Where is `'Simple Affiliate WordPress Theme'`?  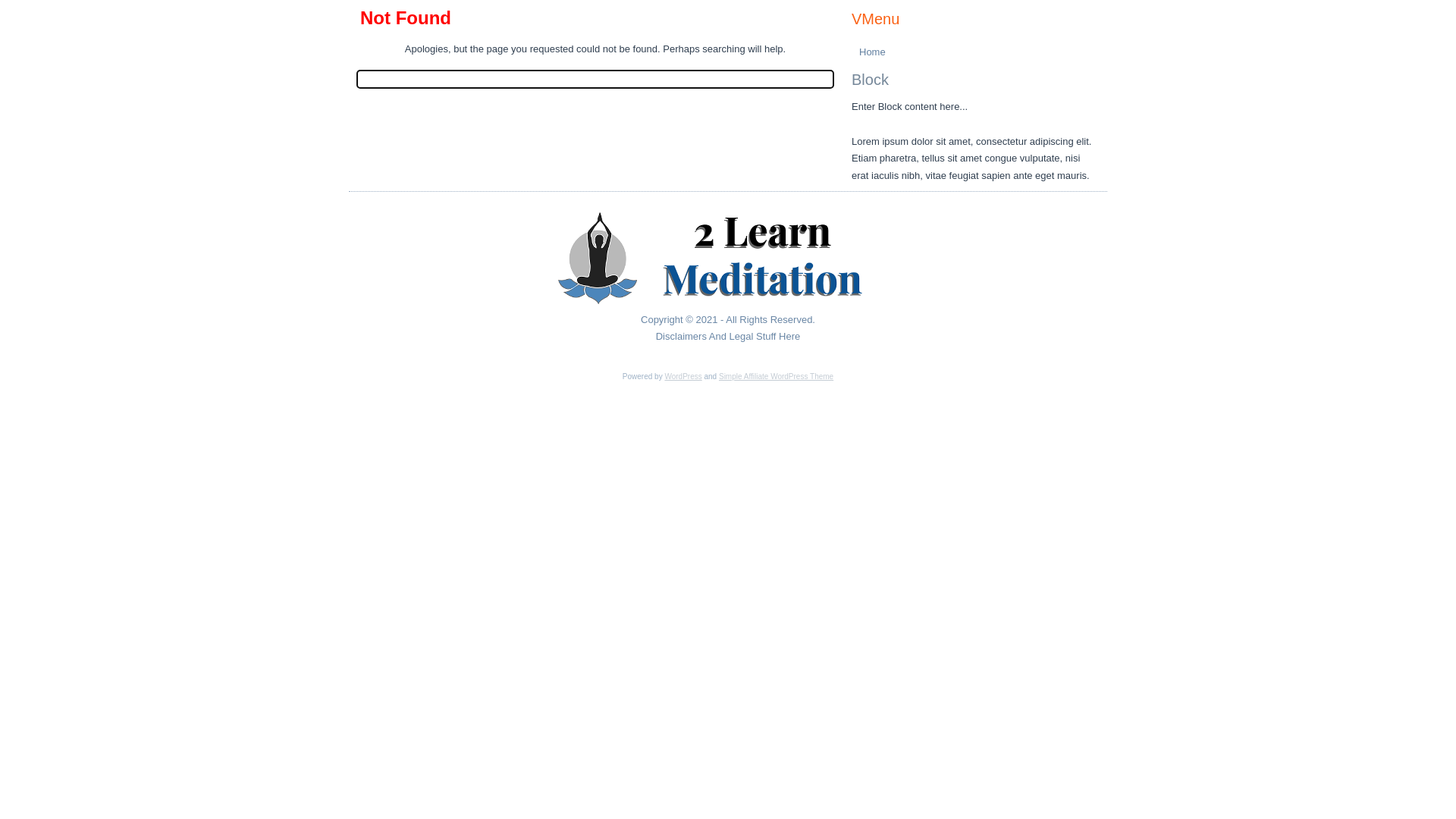
'Simple Affiliate WordPress Theme' is located at coordinates (776, 375).